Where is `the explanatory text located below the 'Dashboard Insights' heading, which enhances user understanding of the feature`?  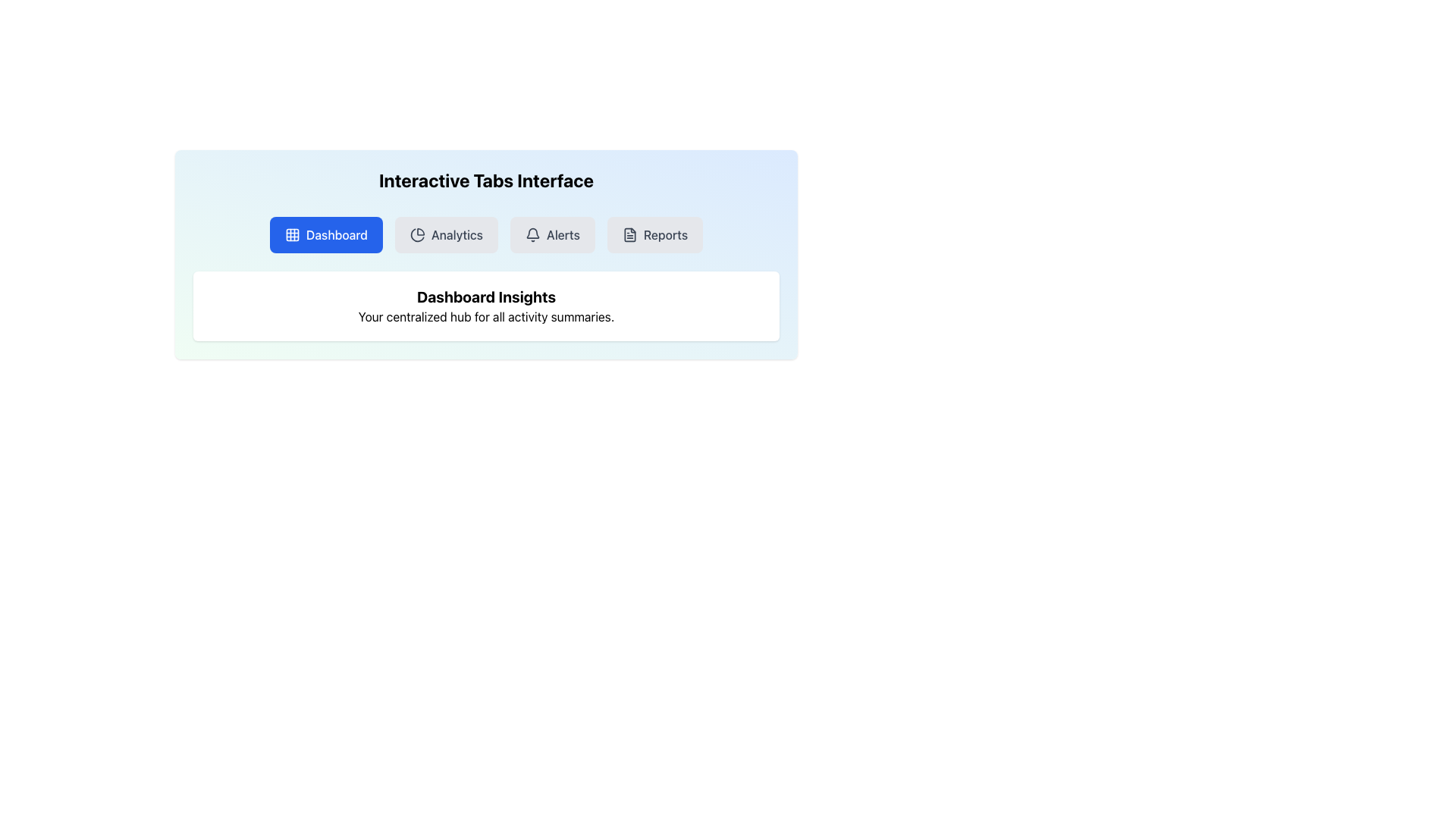
the explanatory text located below the 'Dashboard Insights' heading, which enhances user understanding of the feature is located at coordinates (486, 315).